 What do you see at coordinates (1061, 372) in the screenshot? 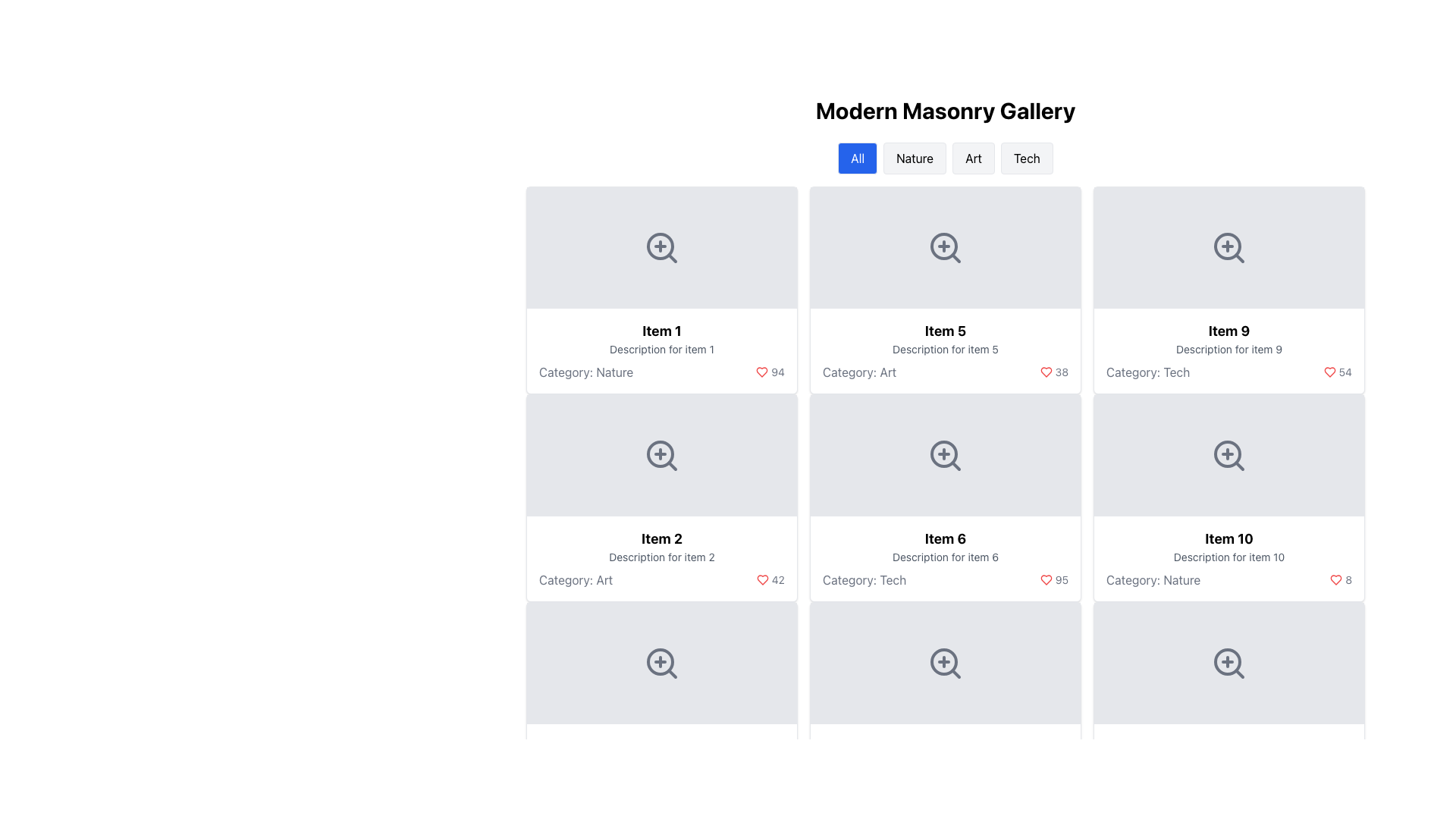
I see `the metadata display showing '38 likes' for 'Item 5'` at bounding box center [1061, 372].